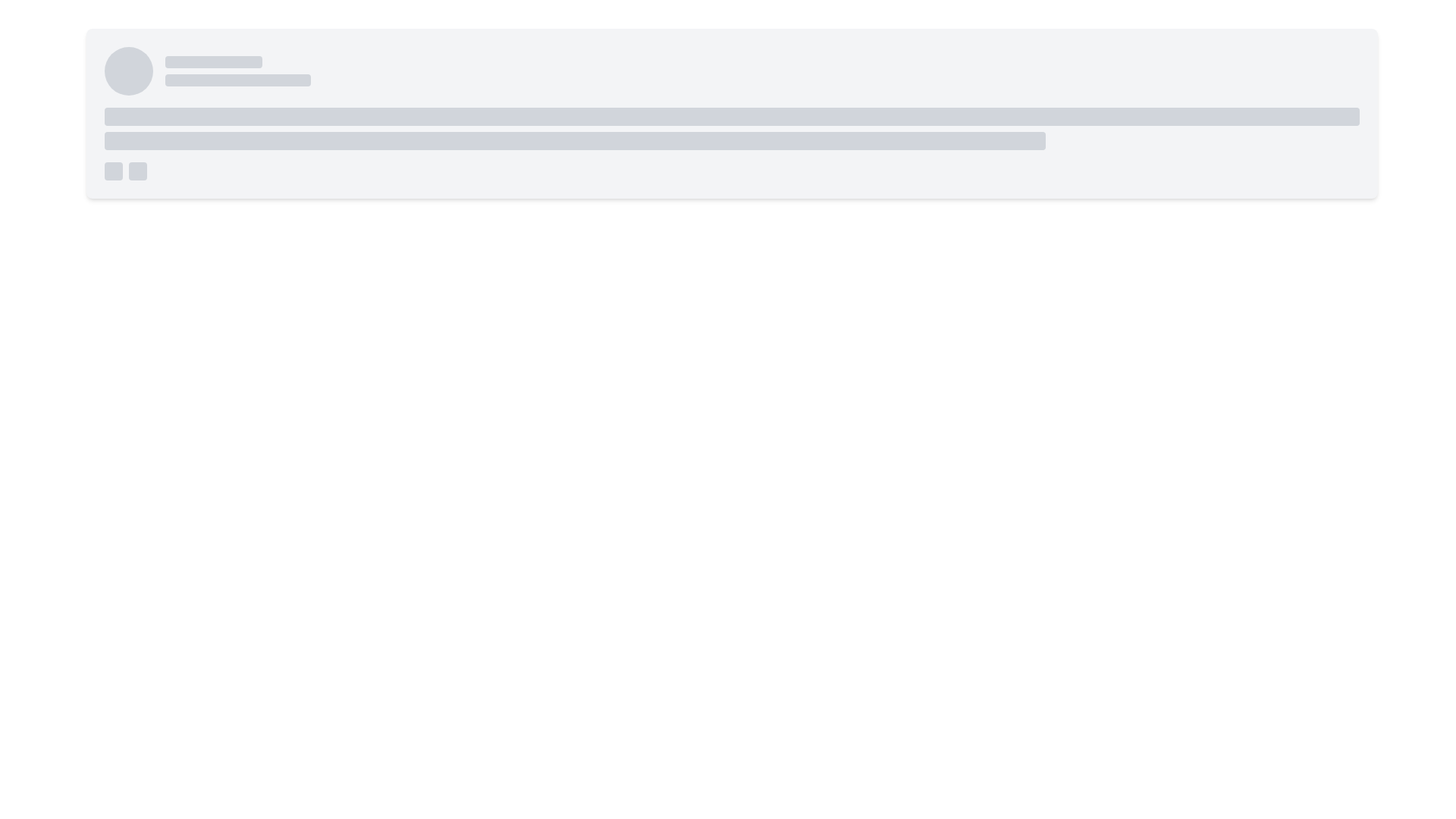 Image resolution: width=1456 pixels, height=819 pixels. I want to click on the Loading placeholder bar, which is a horizontal light gray bar with a rounded design, positioned centrally below its sibling element in the top section of the interface, so click(237, 80).